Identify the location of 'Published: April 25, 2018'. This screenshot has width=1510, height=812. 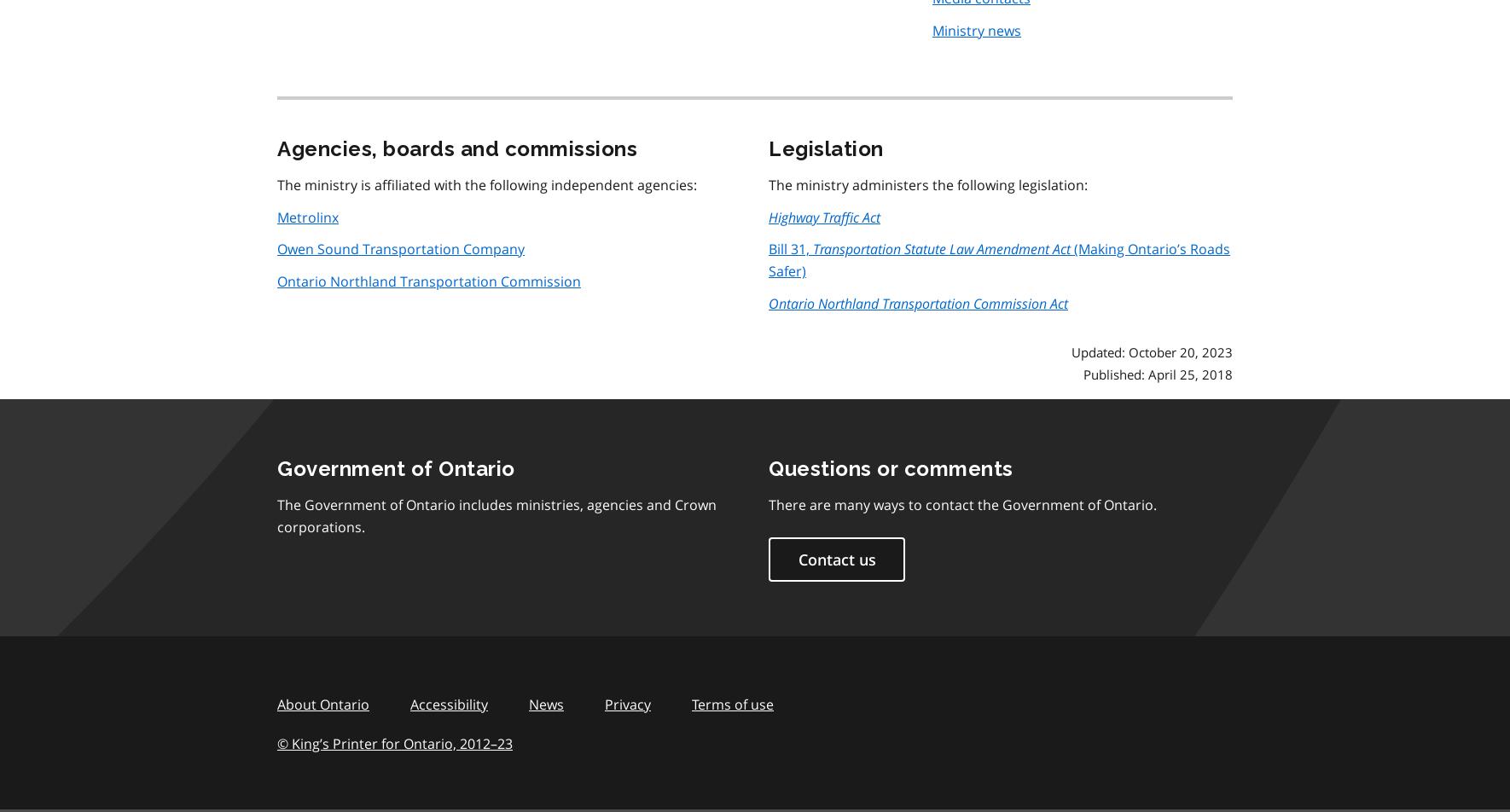
(1158, 374).